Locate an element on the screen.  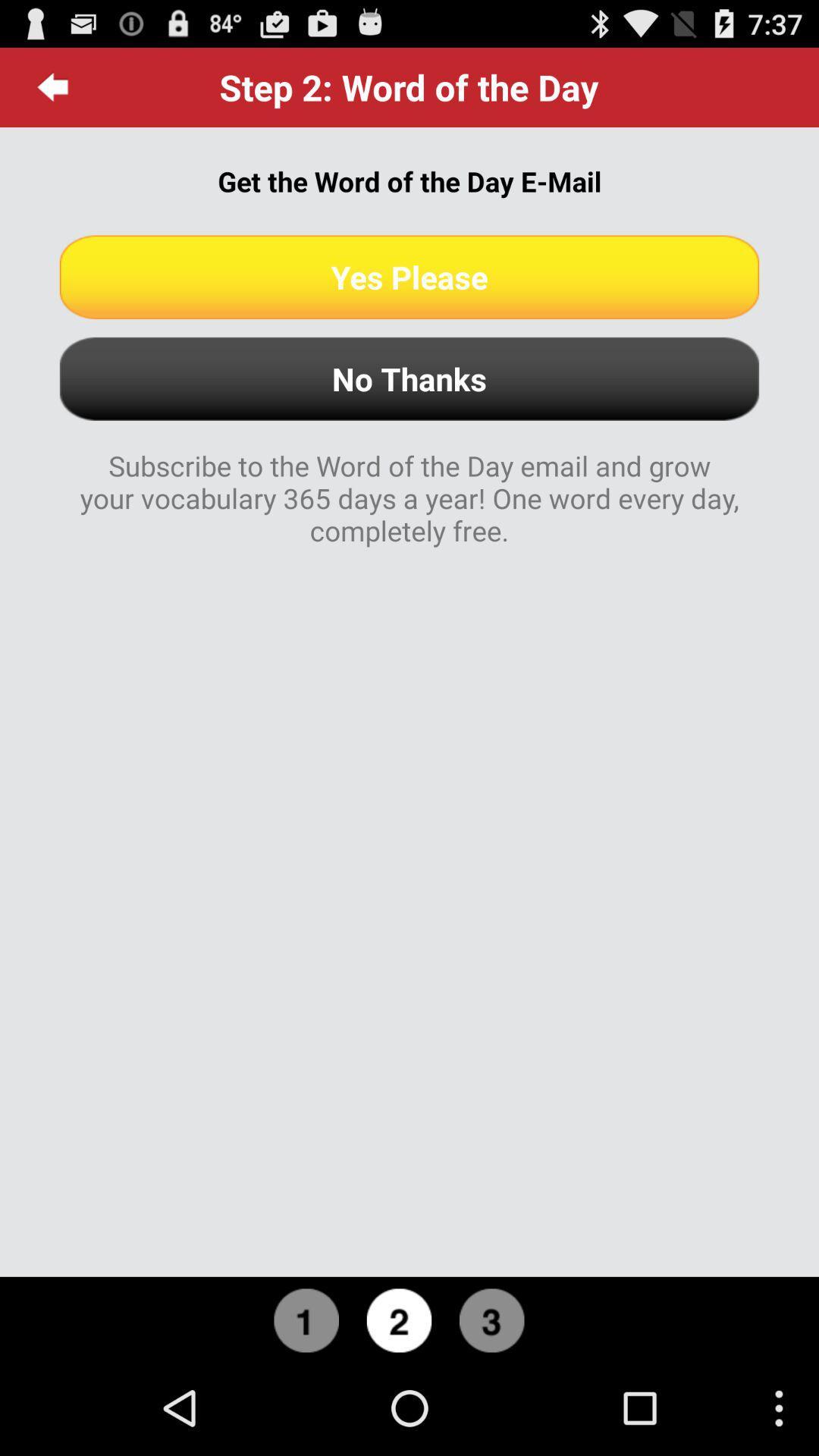
icon to the left of the step 2 word is located at coordinates (52, 86).